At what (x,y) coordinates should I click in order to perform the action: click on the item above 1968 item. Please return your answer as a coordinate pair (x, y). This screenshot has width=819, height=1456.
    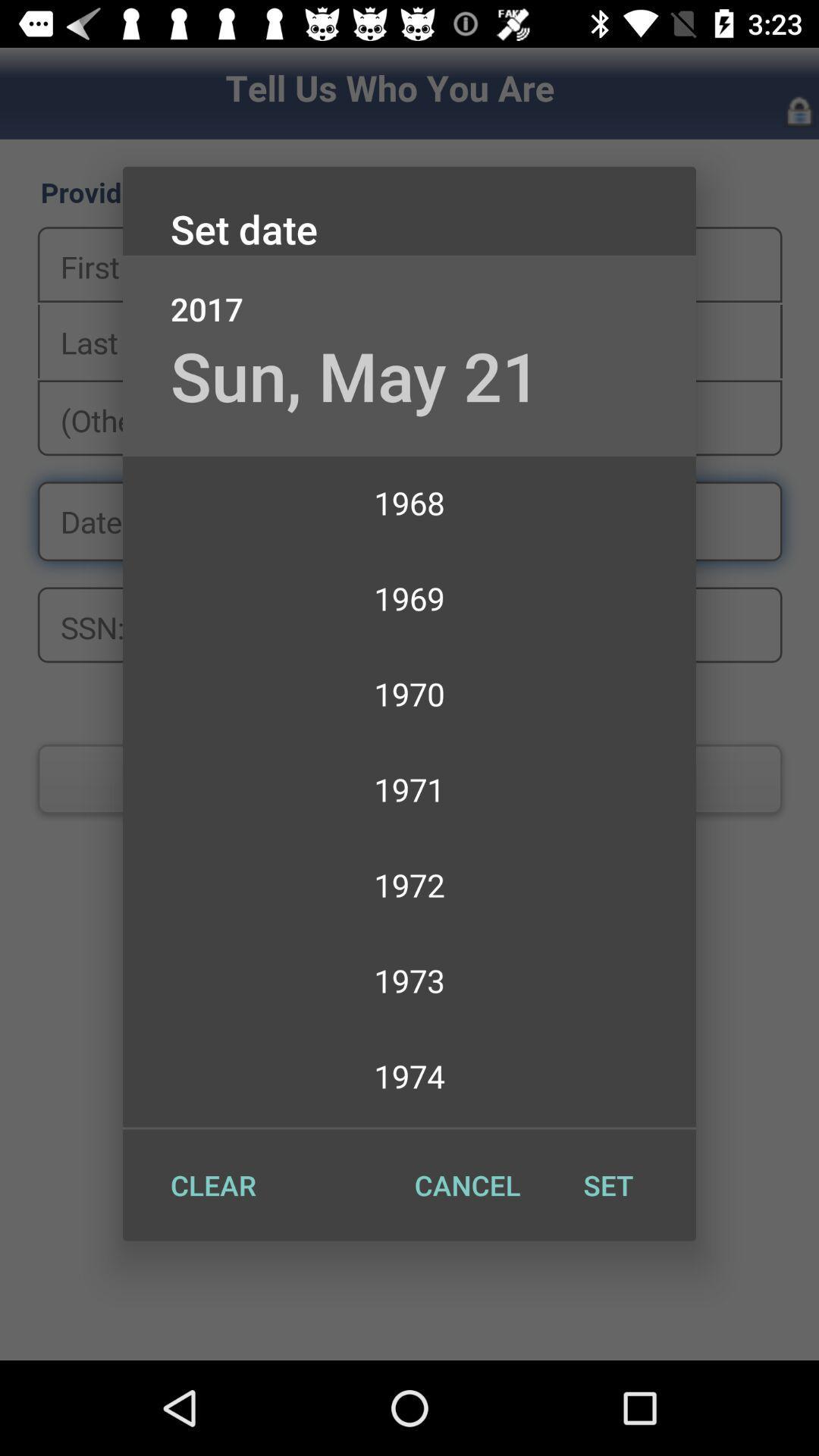
    Looking at the image, I should click on (356, 375).